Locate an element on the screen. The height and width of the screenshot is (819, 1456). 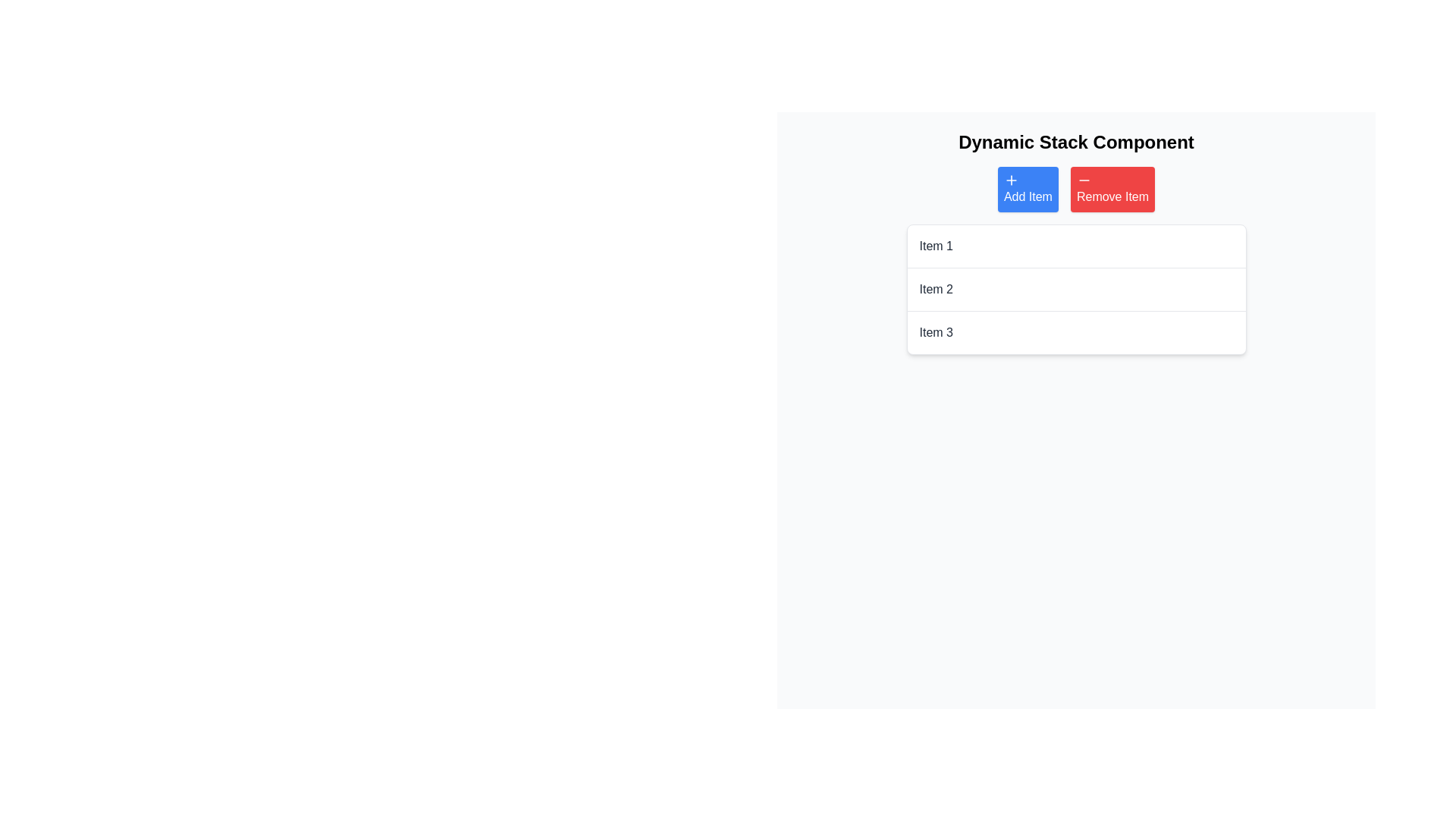
text content of the heading that displays 'Dynamic Stack Component', which is a bold and large black text positioned prominently at the top of the layout is located at coordinates (1075, 143).